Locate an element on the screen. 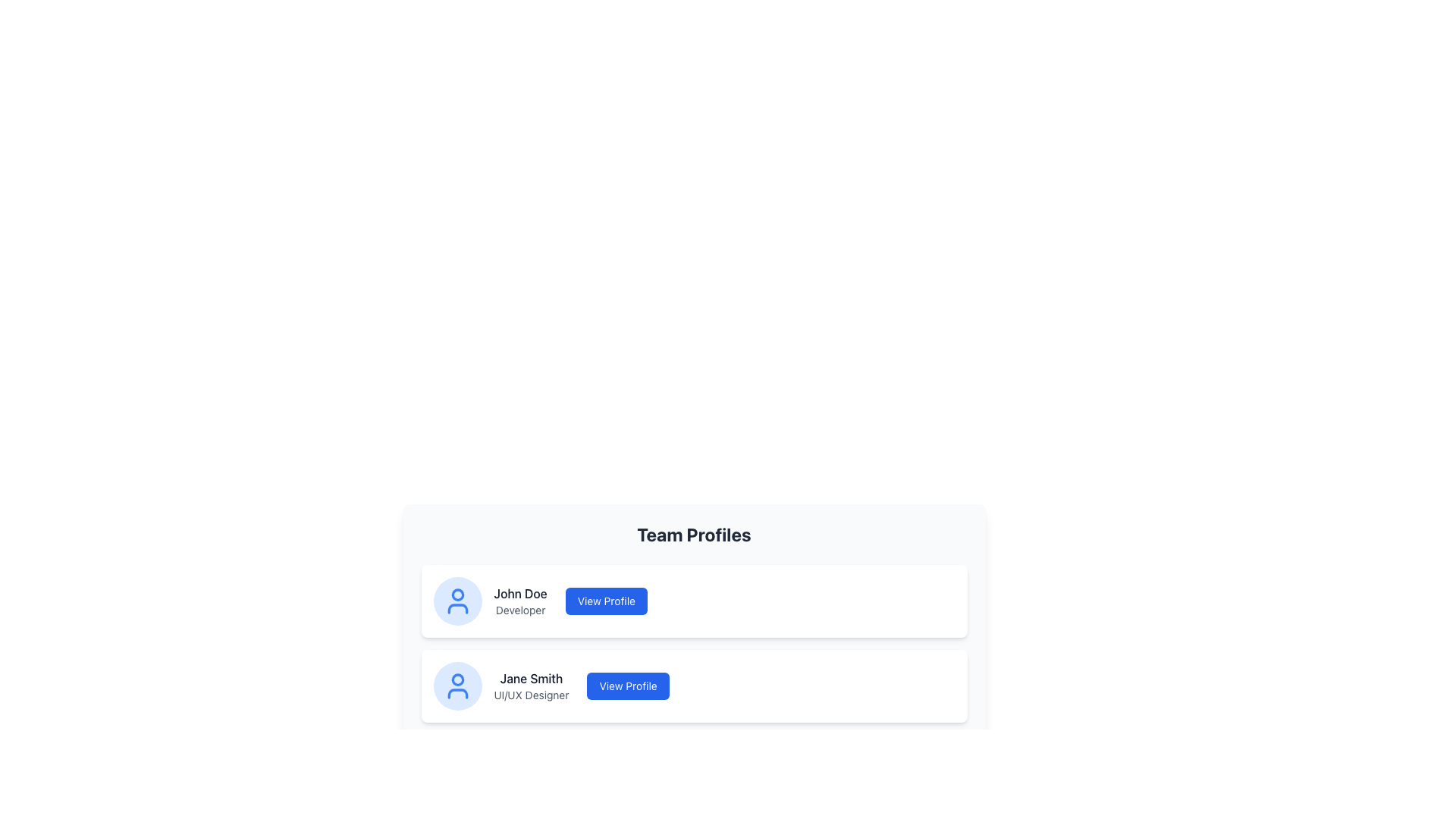 Image resolution: width=1456 pixels, height=819 pixels. the user icon representing John Doe in the Team Profiles section, which is styled with a blue color and has a circular blue background is located at coordinates (457, 601).